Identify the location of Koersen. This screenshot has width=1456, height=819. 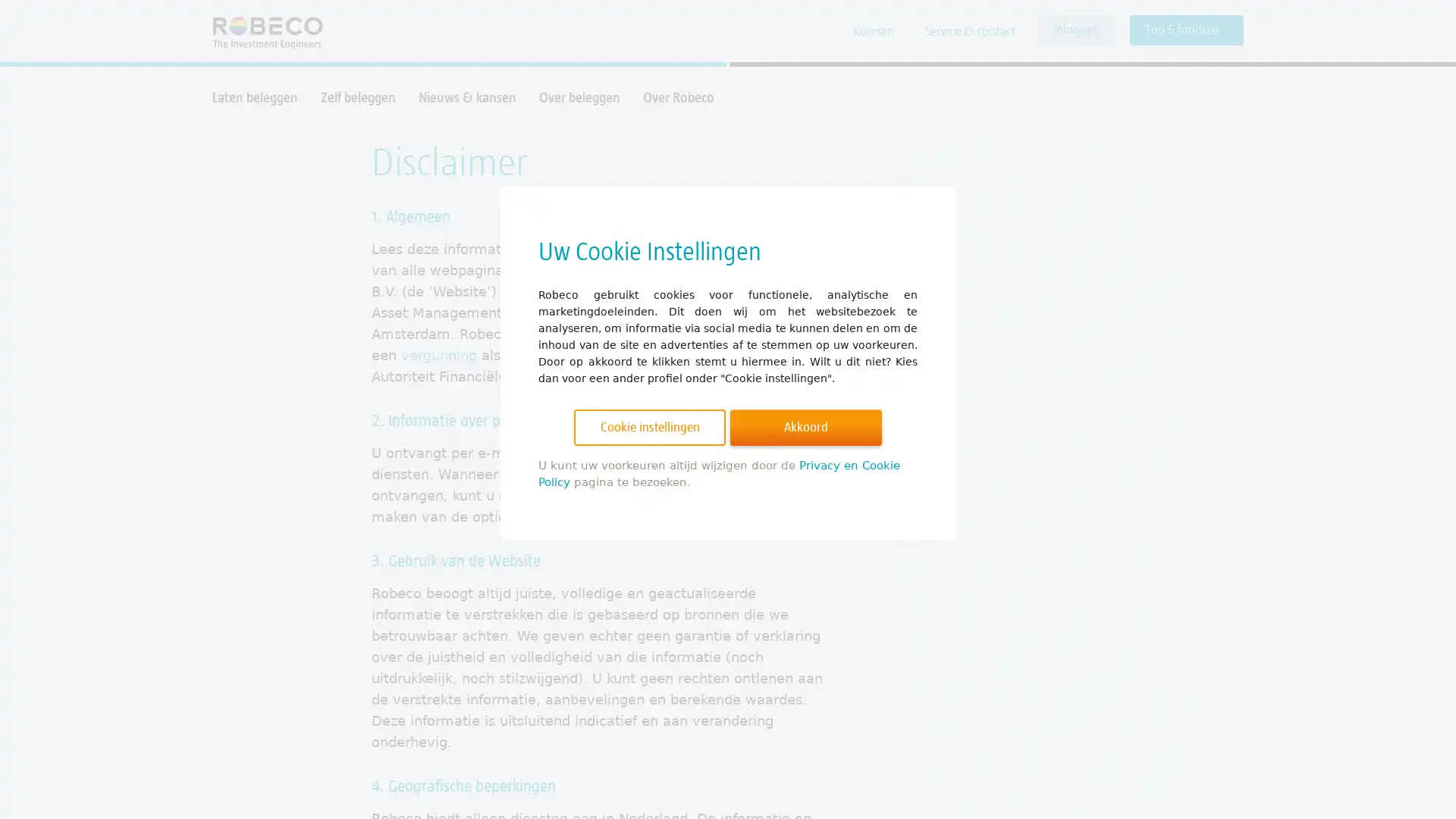
(874, 32).